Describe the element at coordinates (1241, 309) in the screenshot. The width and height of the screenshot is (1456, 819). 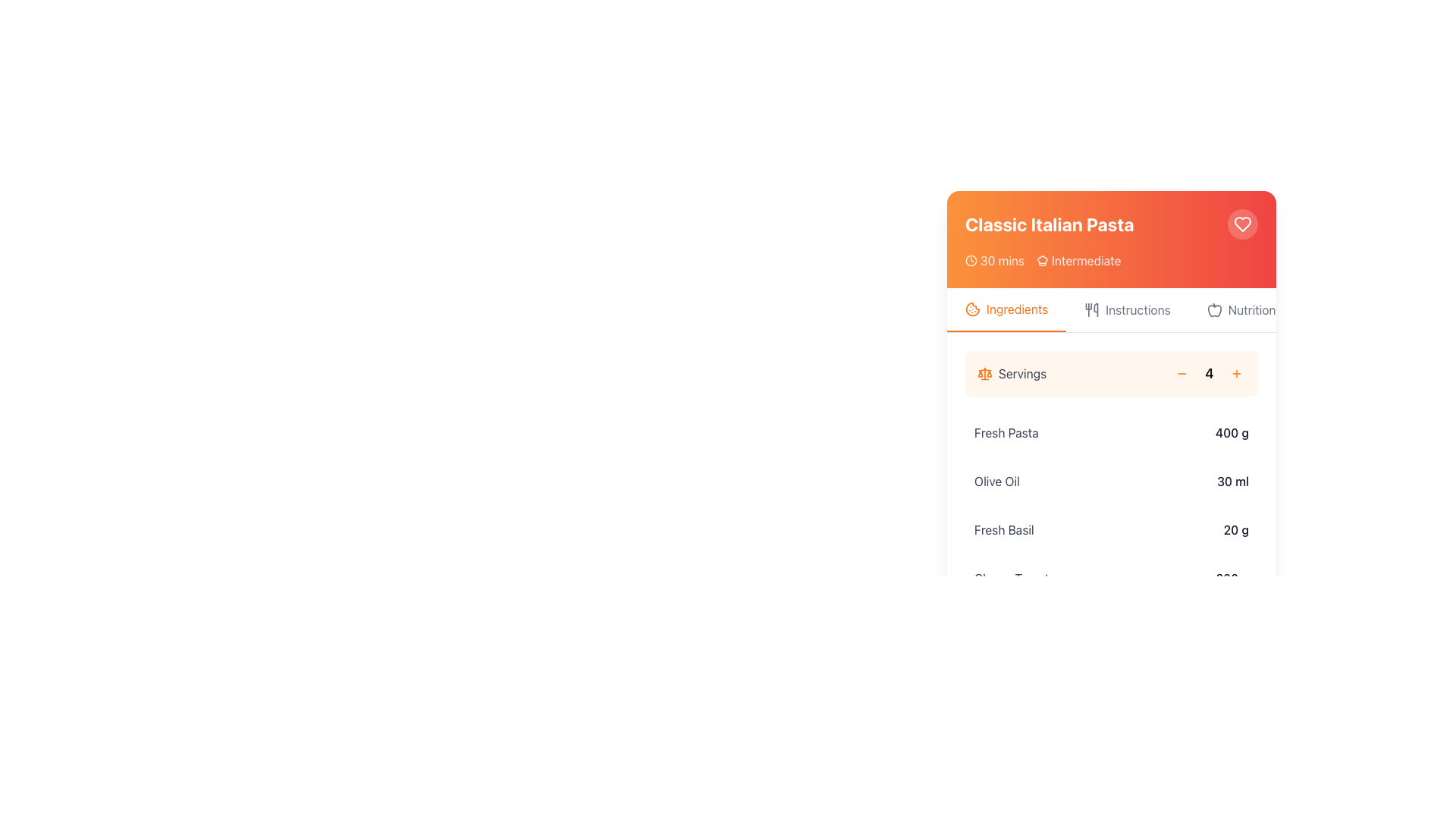
I see `the 'Nutrition' button located on the far right of the navigation bar` at that location.